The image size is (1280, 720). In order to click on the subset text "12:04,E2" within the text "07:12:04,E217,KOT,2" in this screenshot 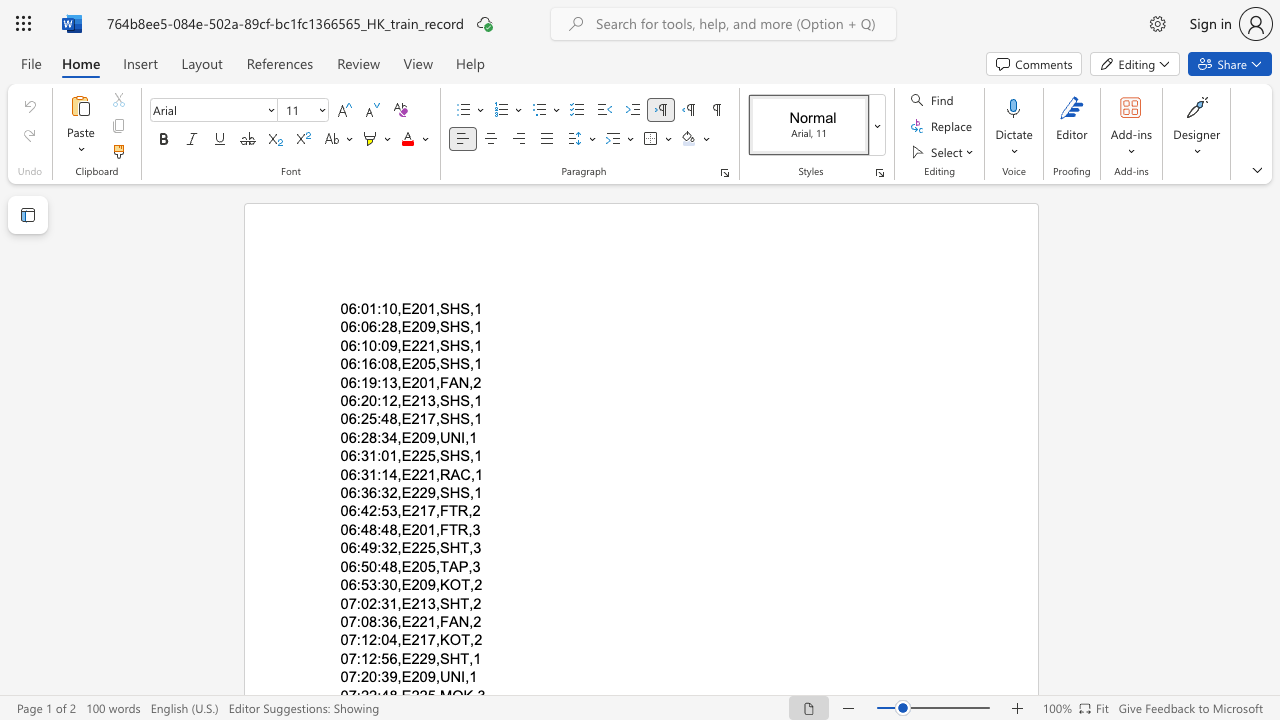, I will do `click(360, 640)`.